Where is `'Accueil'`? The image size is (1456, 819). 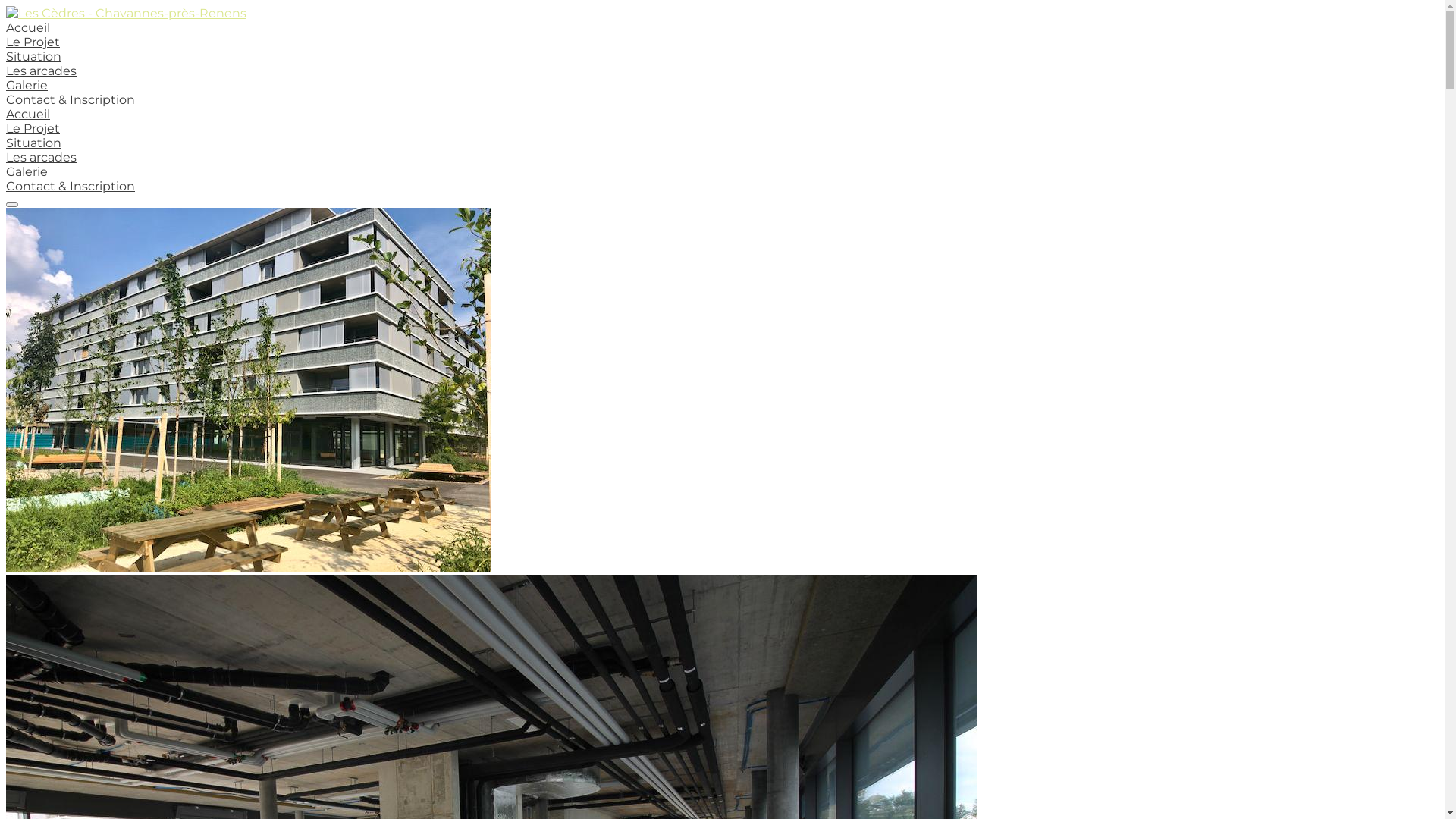
'Accueil' is located at coordinates (28, 113).